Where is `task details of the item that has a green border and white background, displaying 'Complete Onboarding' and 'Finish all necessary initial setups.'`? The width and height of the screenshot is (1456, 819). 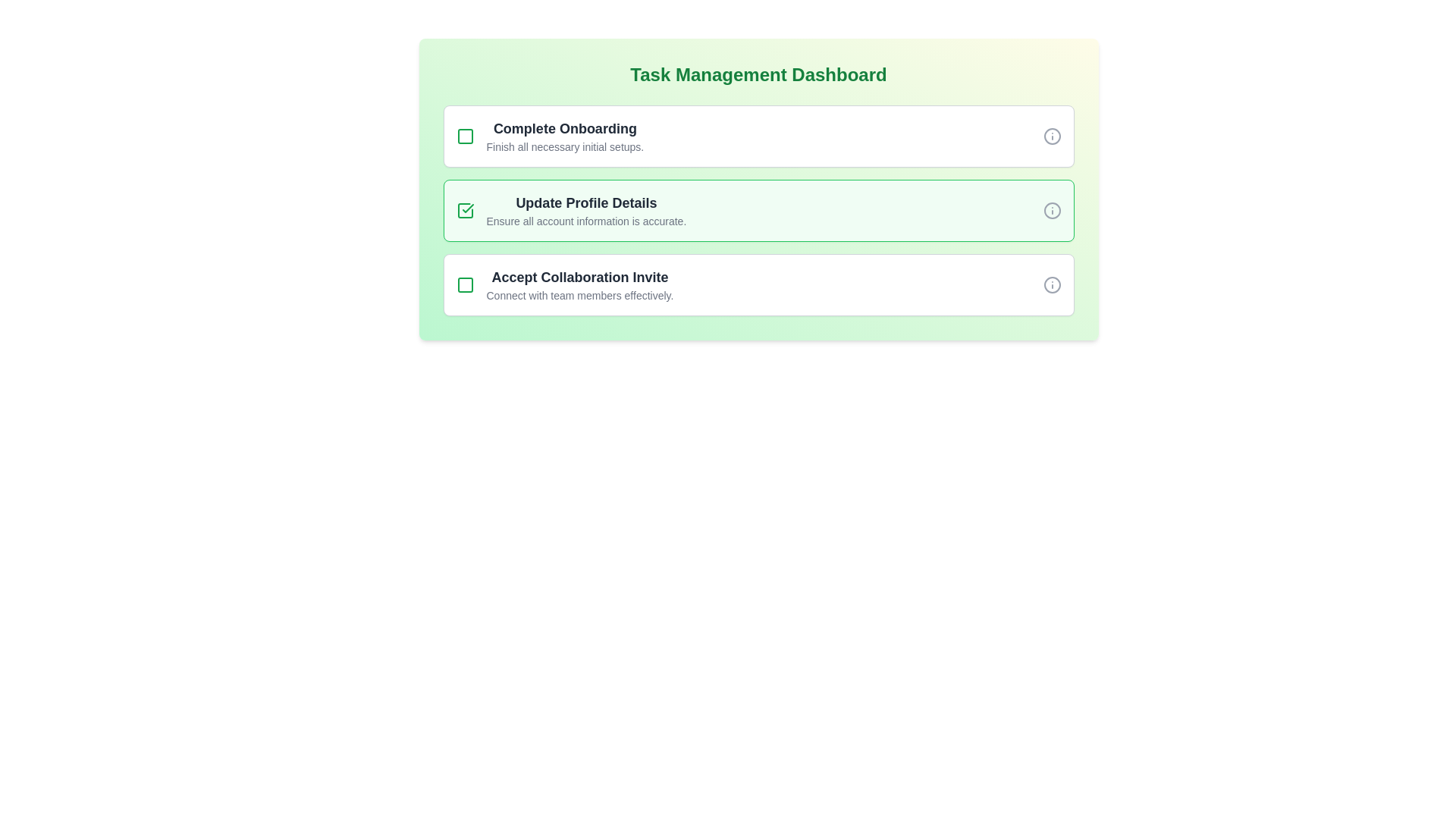 task details of the item that has a green border and white background, displaying 'Complete Onboarding' and 'Finish all necessary initial setups.' is located at coordinates (758, 136).